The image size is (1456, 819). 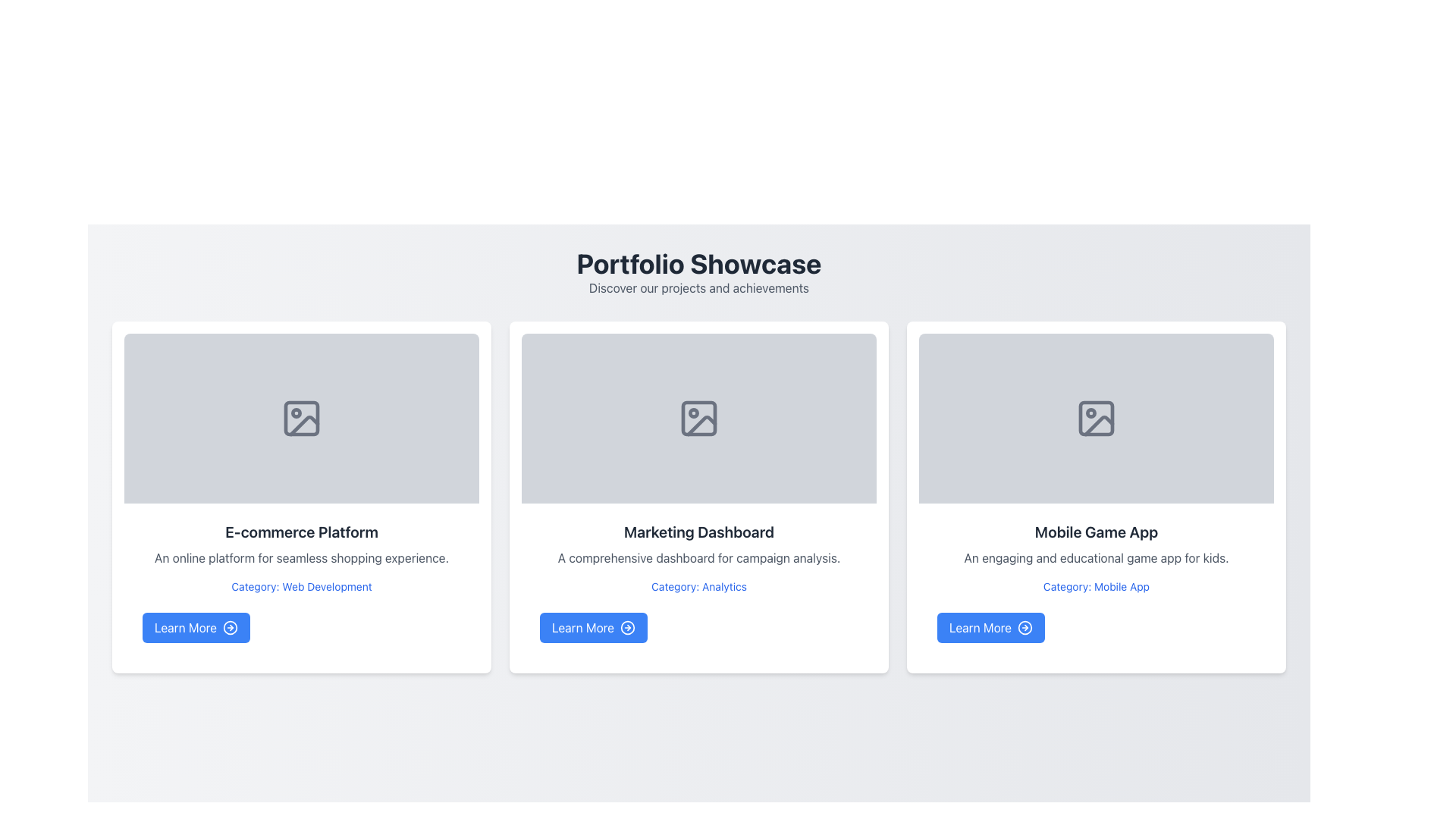 What do you see at coordinates (1096, 586) in the screenshot?
I see `the text label that categorizes the section as 'Mobile App', located in the third column, between the description 'An engaging and educational game app for kids.' and the 'Learn More' button` at bounding box center [1096, 586].